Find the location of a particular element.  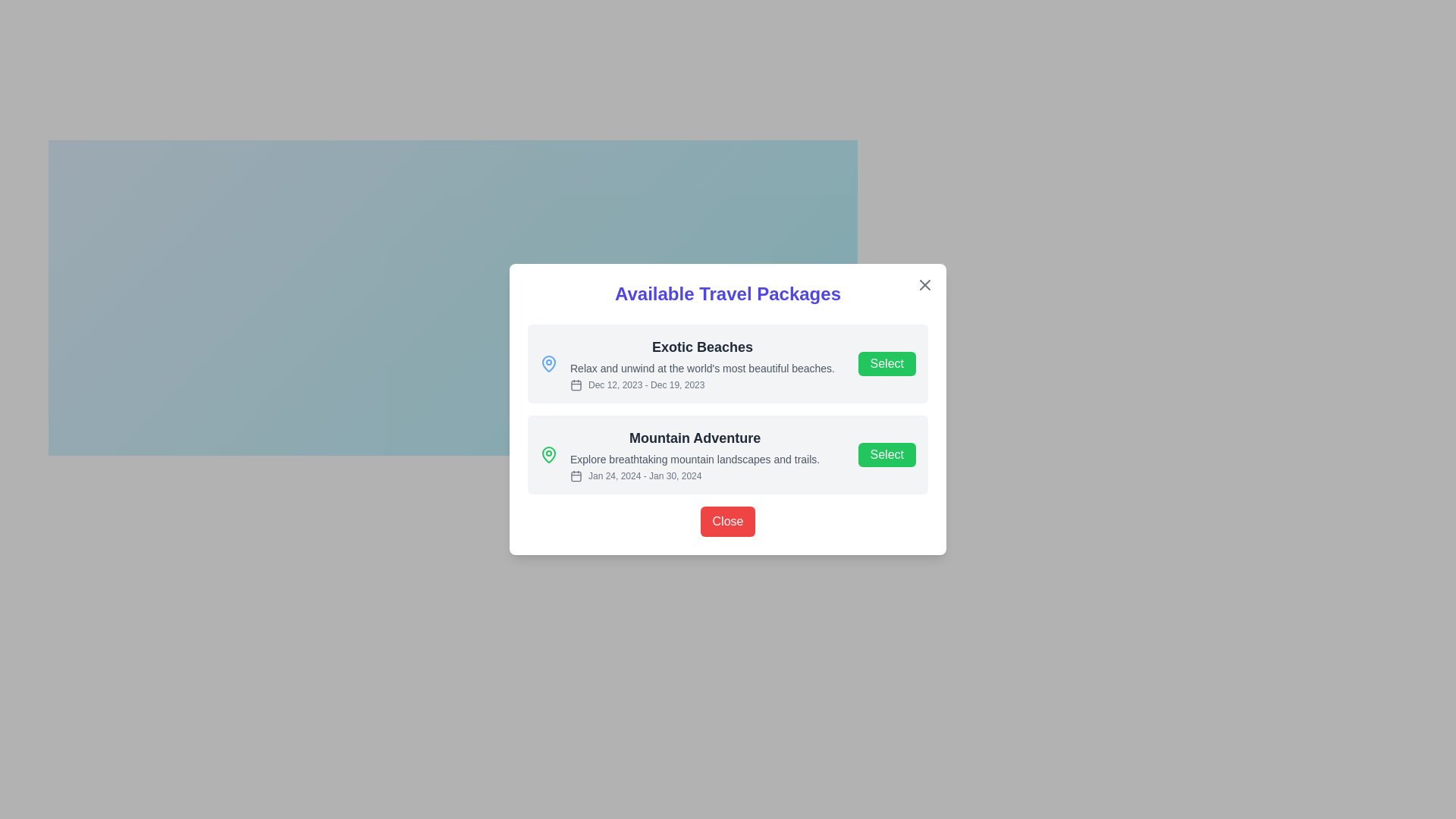

the Close button with an 'X' icon located at the top-right corner of the modal dialog titled 'Available Travel Packages' to change its color is located at coordinates (924, 284).